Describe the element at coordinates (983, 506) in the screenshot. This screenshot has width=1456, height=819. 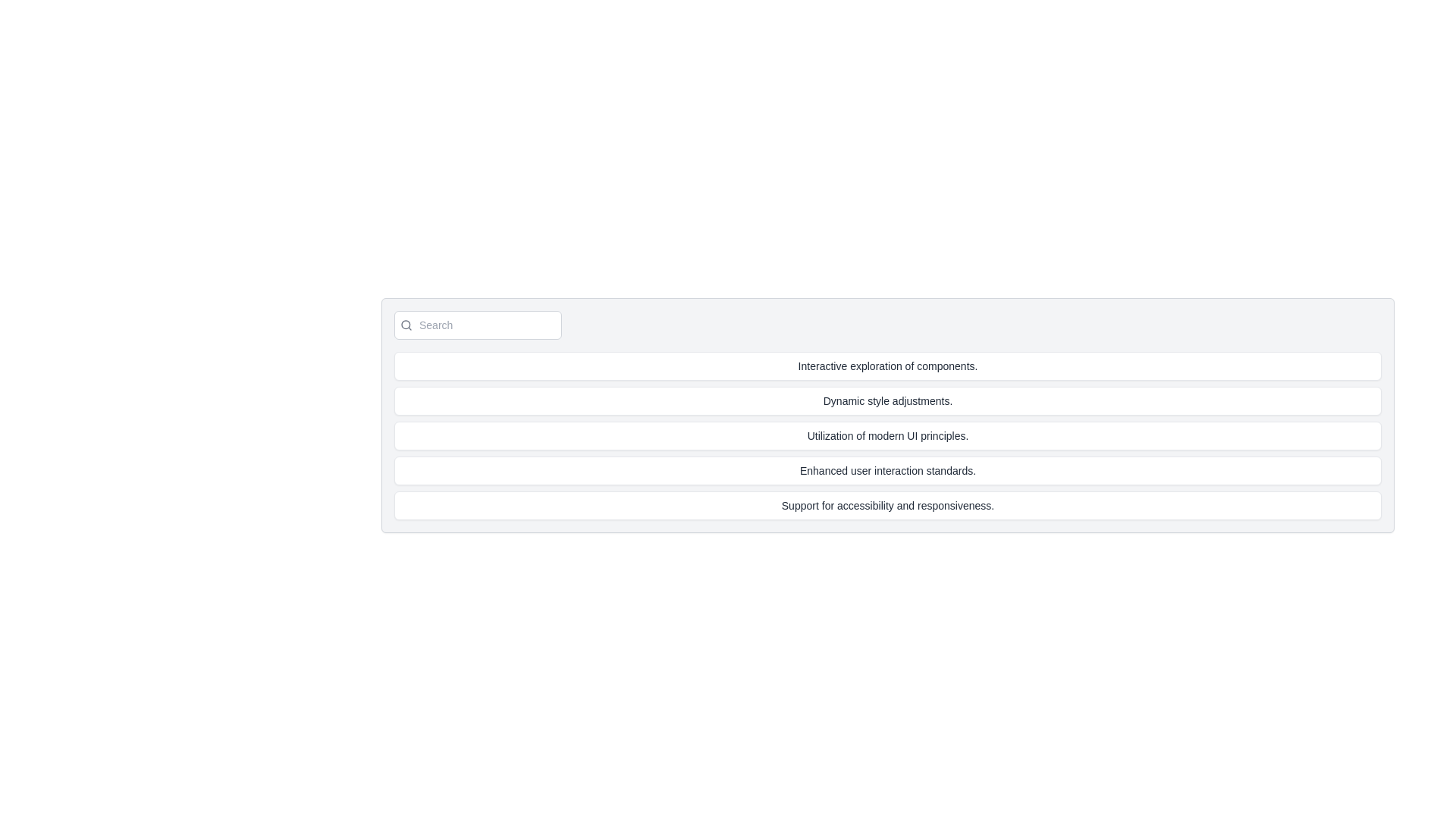
I see `the lowercase letter 's' at the end of the last line of a list, which follows the word 'responsiveness.'` at that location.